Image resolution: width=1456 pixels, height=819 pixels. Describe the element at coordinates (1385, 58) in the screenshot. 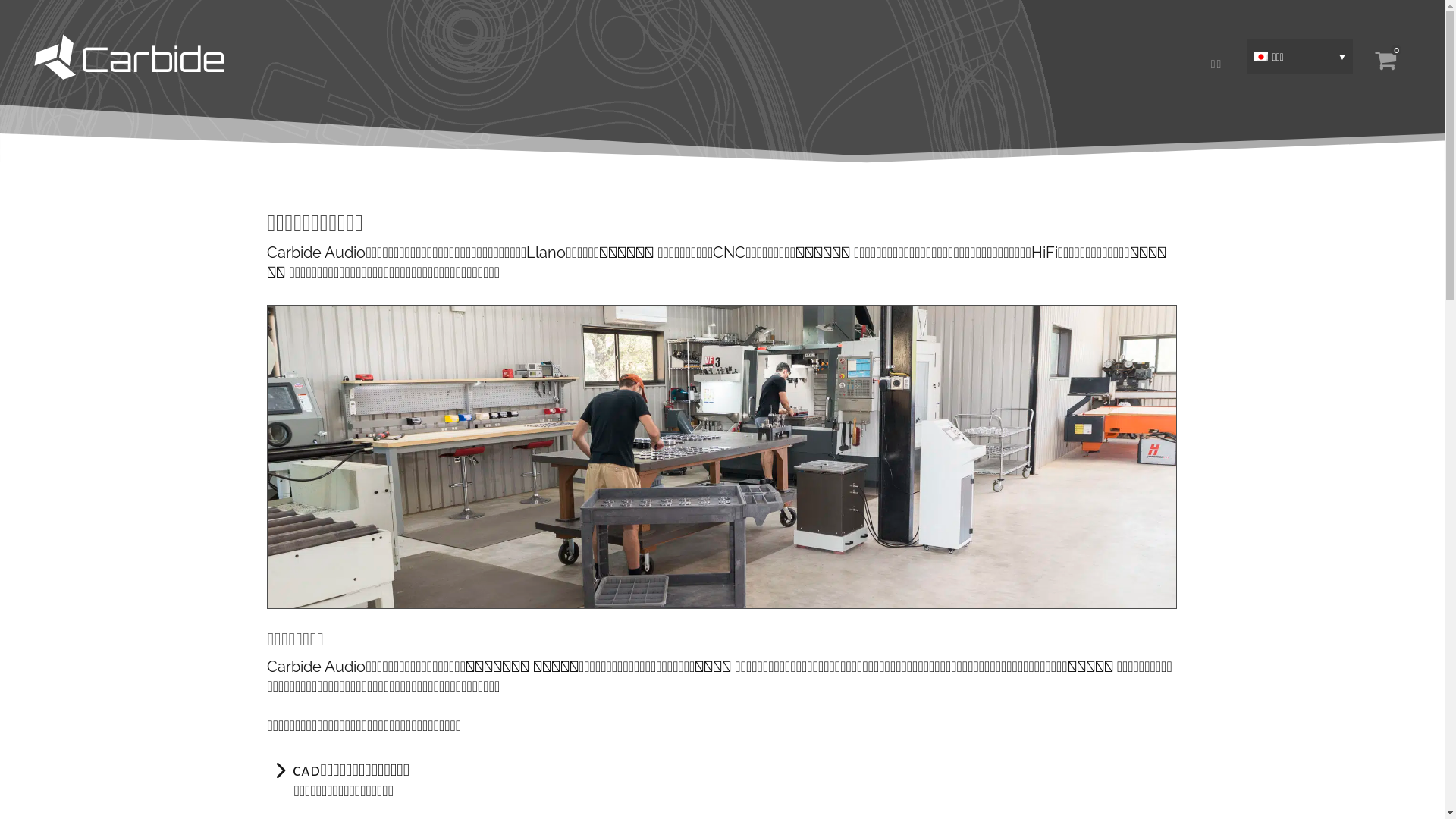

I see `'0'` at that location.